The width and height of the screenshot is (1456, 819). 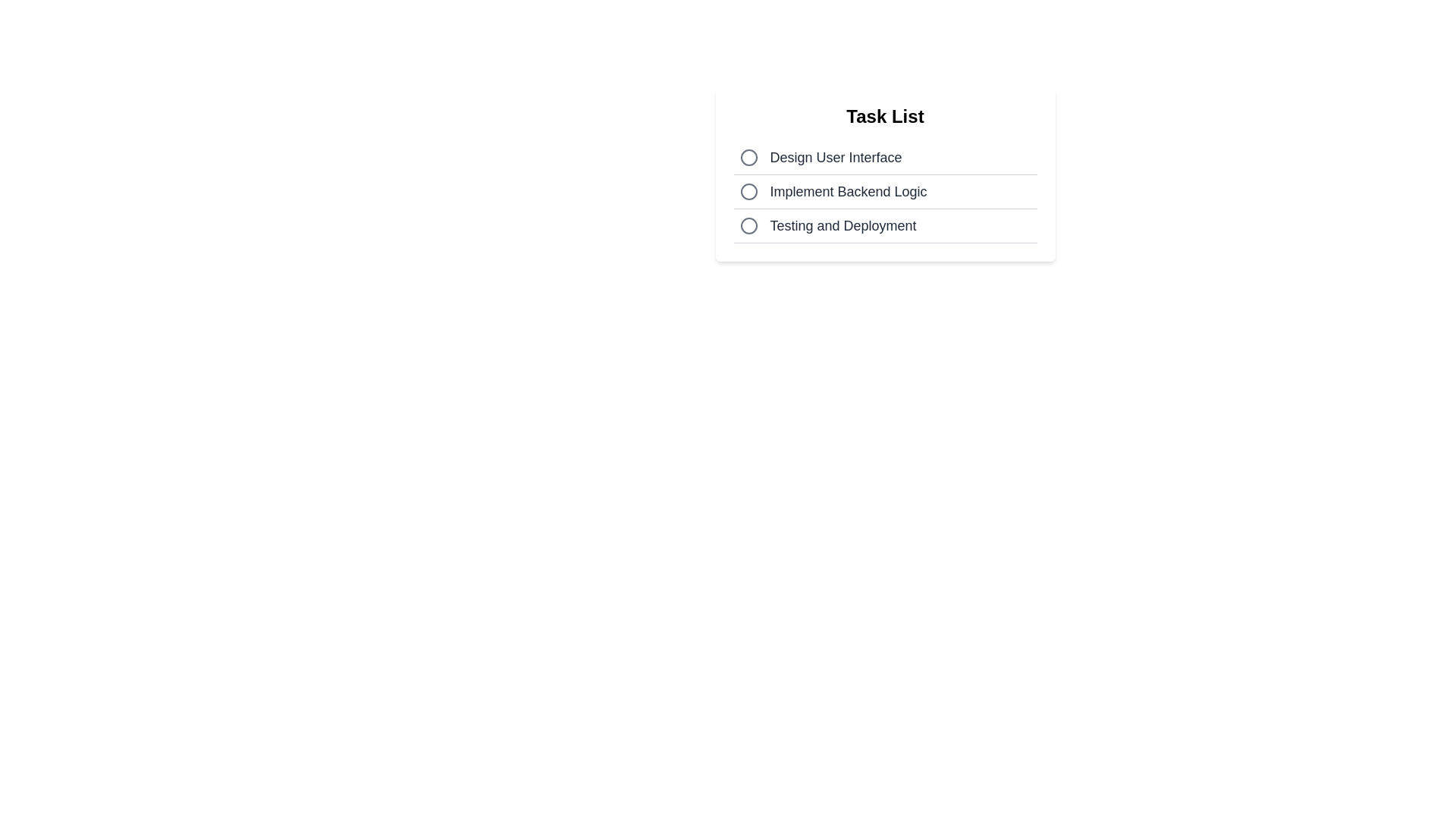 What do you see at coordinates (843, 225) in the screenshot?
I see `the text label that provides the title or description of the associated task in the list, located on the third line and immediately to the right of a circular button` at bounding box center [843, 225].